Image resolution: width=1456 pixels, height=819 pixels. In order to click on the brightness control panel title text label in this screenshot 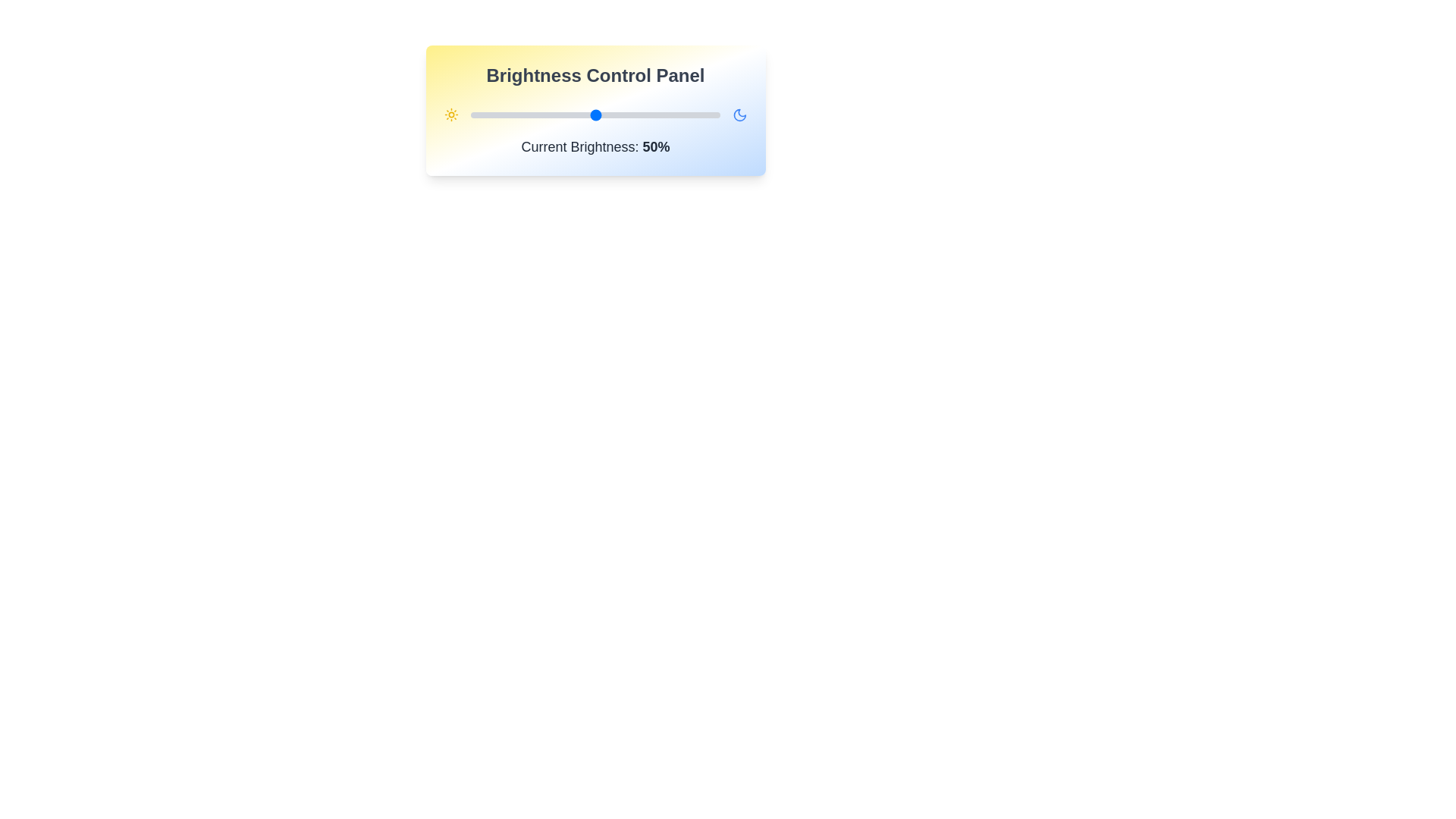, I will do `click(595, 76)`.